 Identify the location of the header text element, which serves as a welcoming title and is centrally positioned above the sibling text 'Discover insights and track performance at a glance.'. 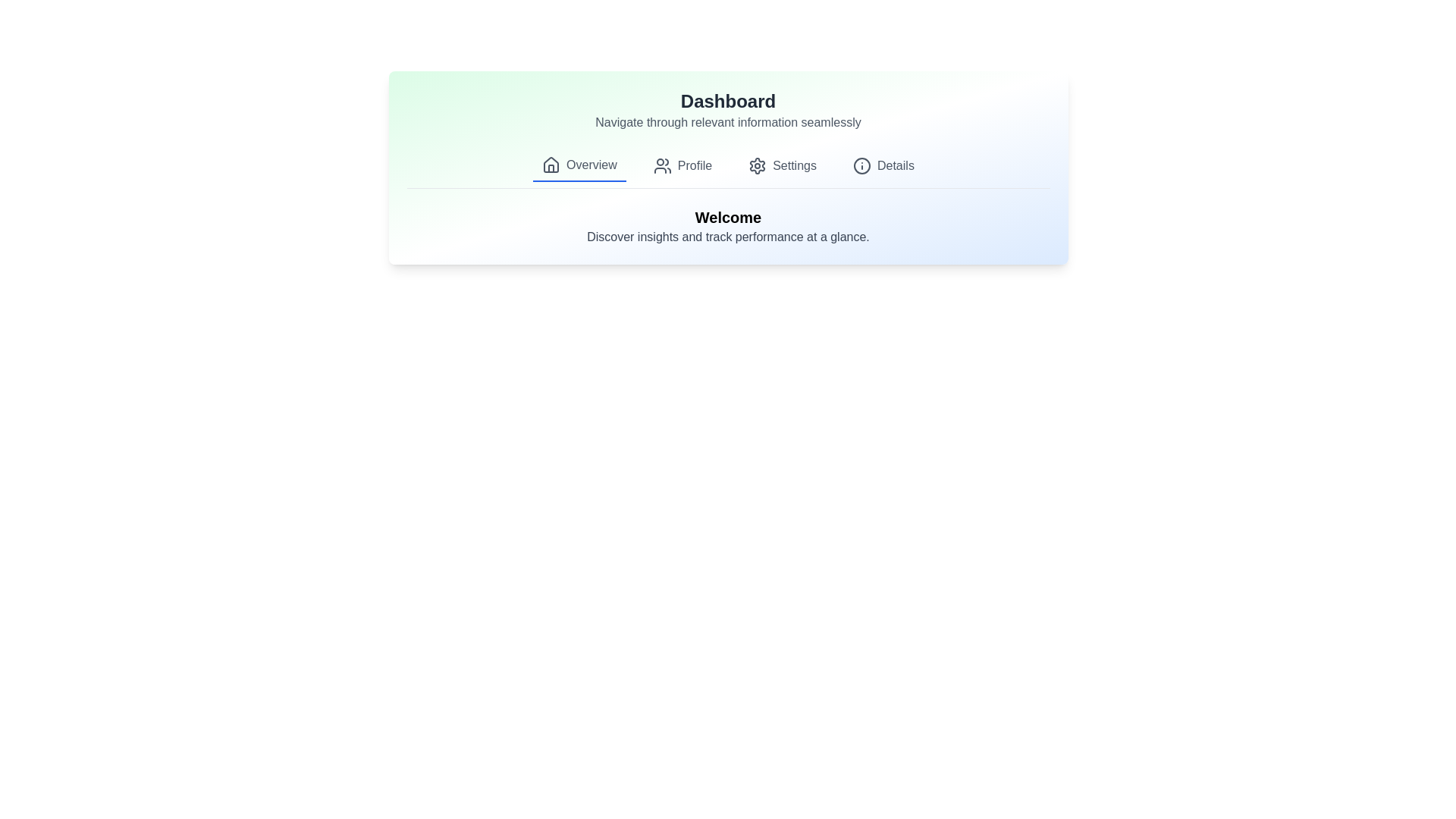
(728, 217).